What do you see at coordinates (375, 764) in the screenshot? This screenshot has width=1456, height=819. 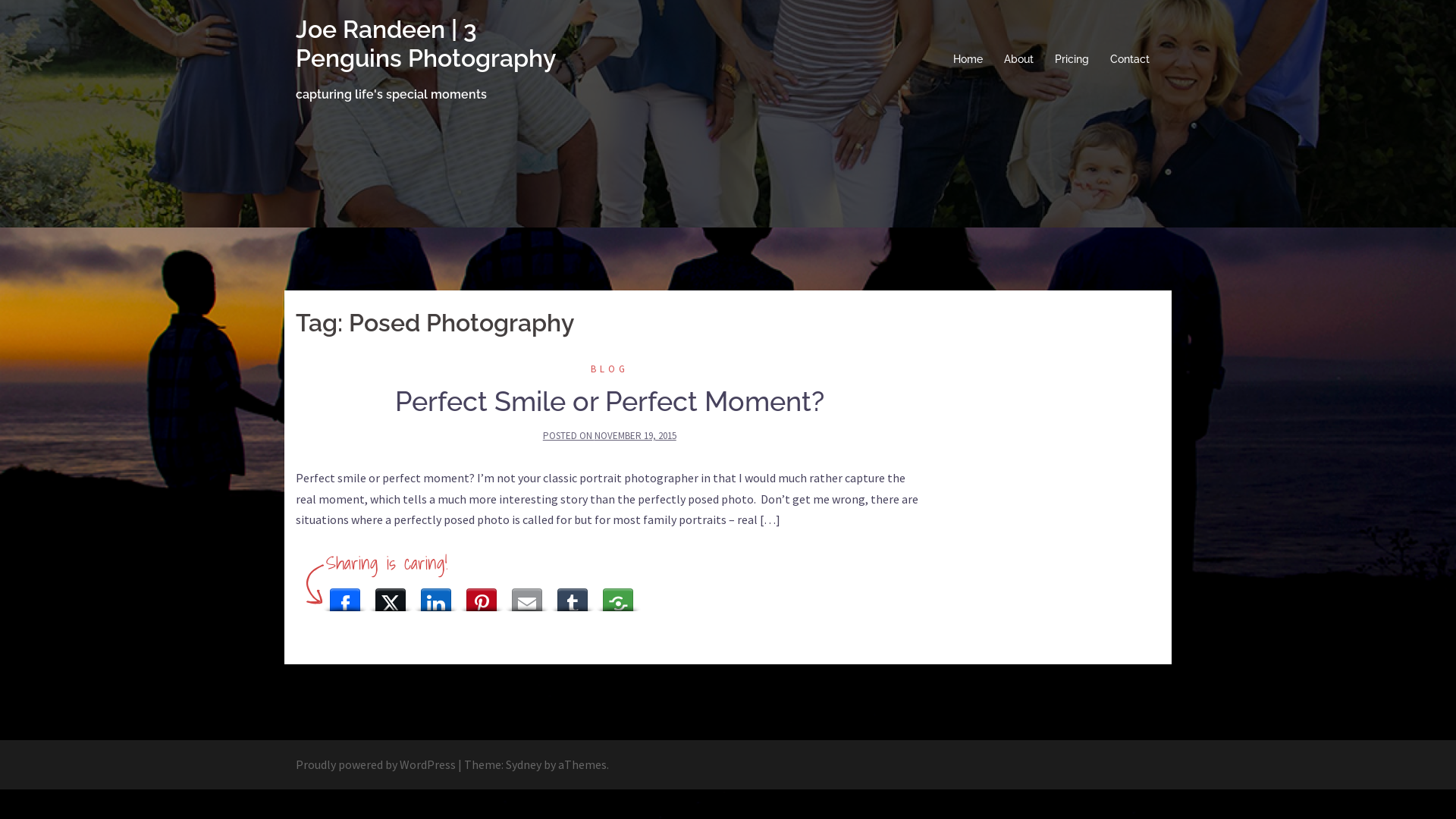 I see `'Proudly powered by WordPress'` at bounding box center [375, 764].